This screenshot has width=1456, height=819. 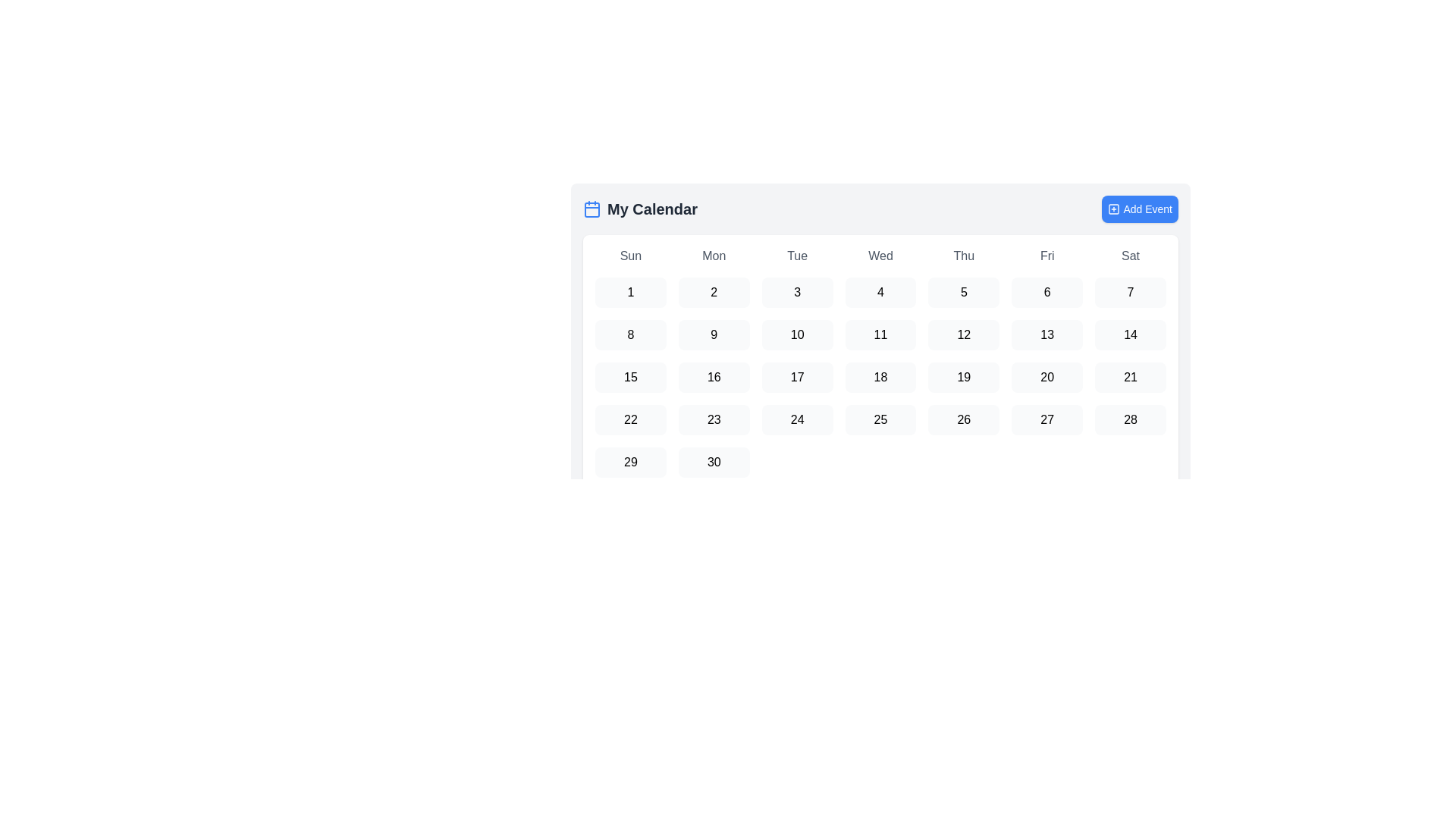 I want to click on the Date cell in the calendar grid that displays the number '12', located in the fourth row and fifth column under the 'Thu' column, so click(x=963, y=334).